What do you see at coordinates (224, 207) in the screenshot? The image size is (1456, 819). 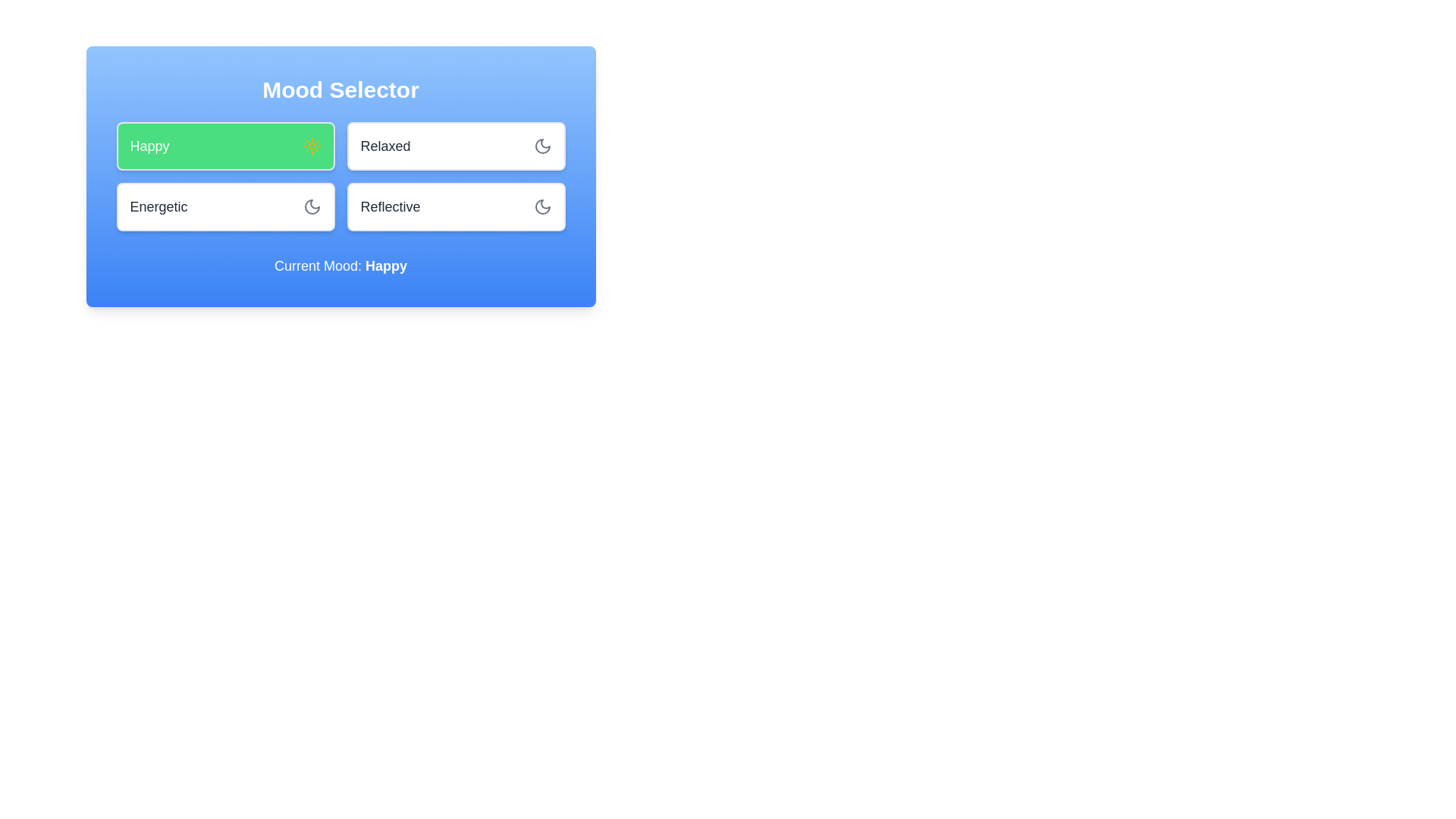 I see `the mood Energetic by clicking on its corresponding button` at bounding box center [224, 207].